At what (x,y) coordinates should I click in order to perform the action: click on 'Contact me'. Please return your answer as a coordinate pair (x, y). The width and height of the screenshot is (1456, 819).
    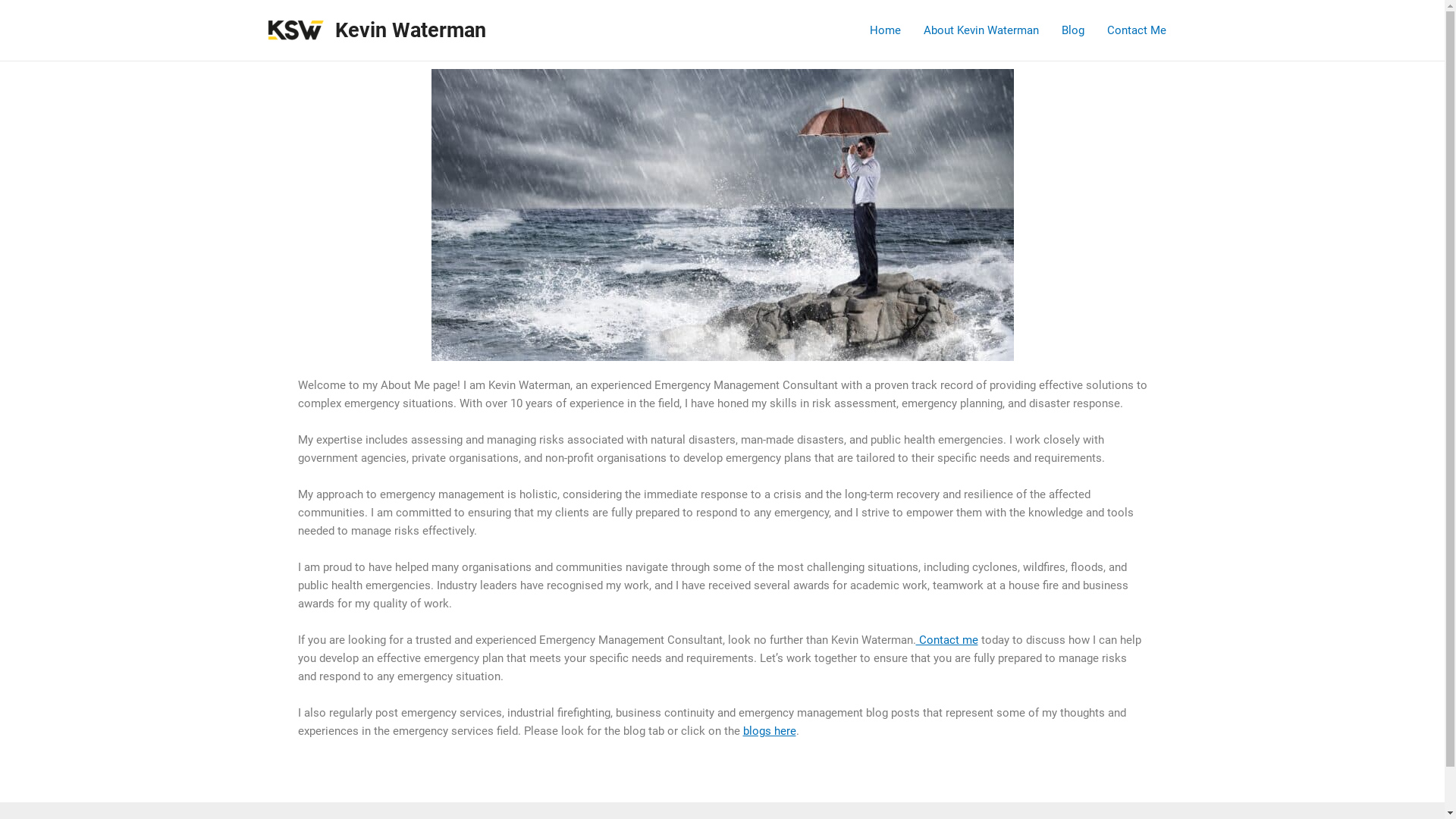
    Looking at the image, I should click on (946, 640).